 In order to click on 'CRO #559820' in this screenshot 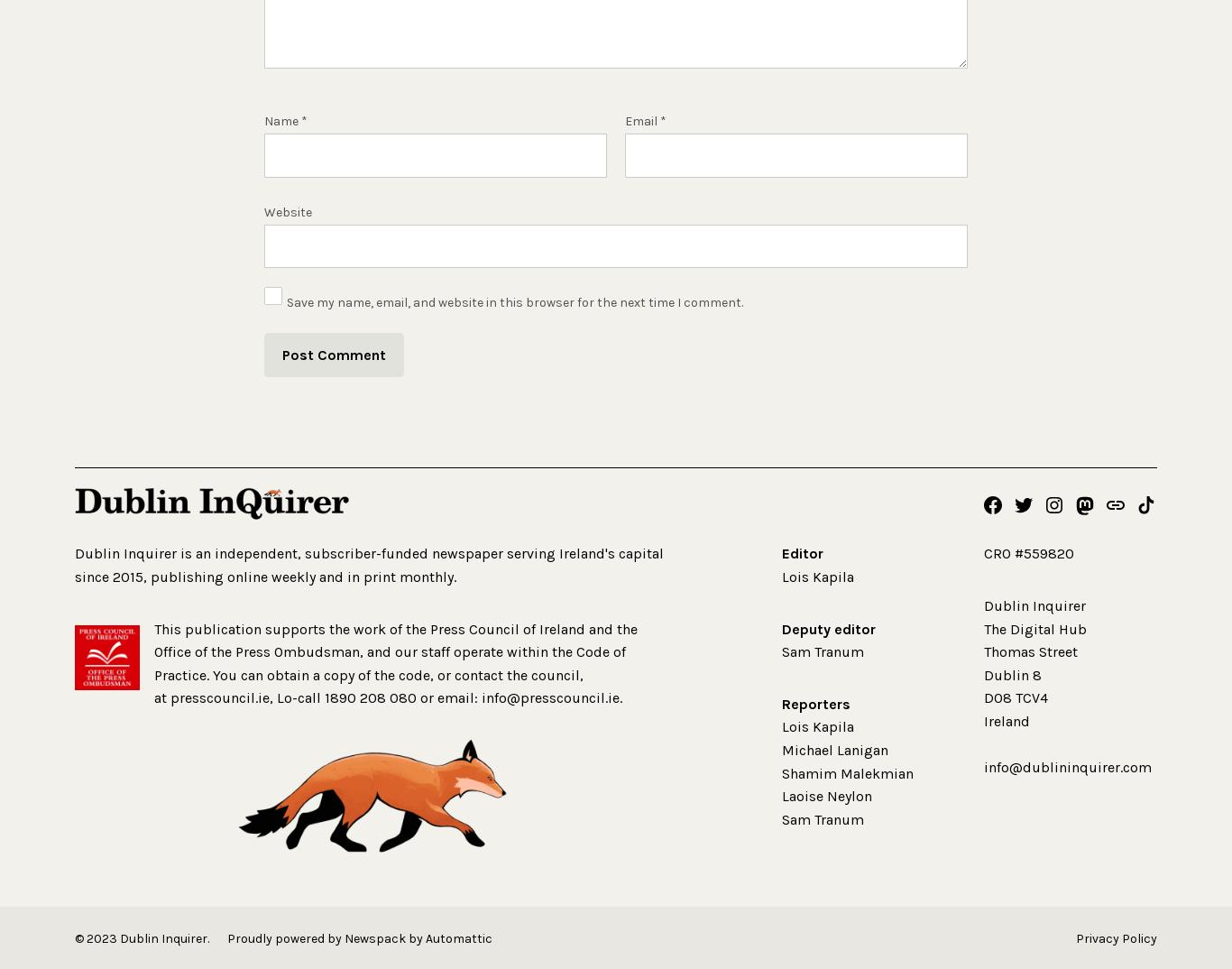, I will do `click(983, 553)`.